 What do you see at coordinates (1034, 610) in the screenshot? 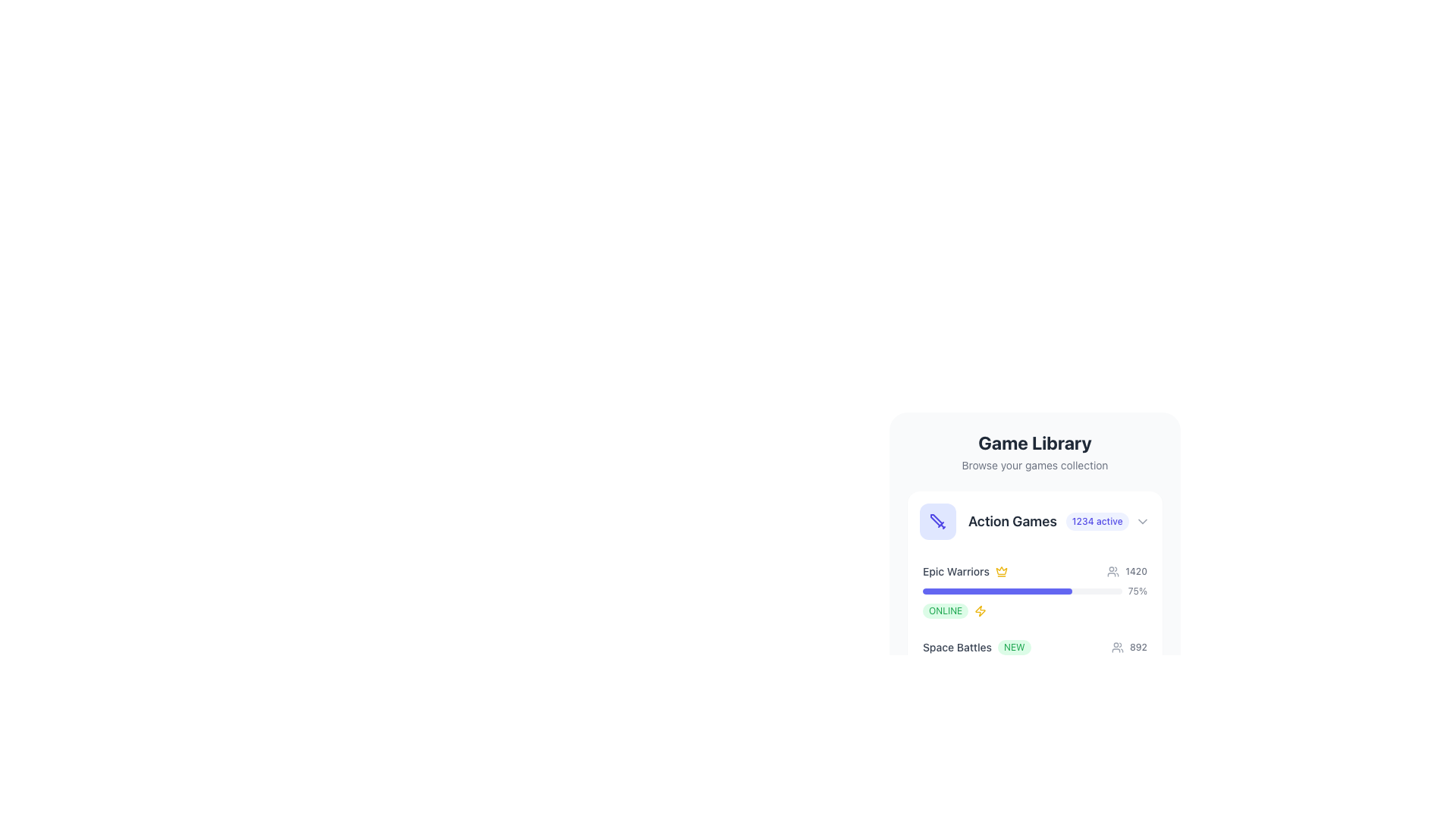
I see `the Status indicator with a badge and icon located in the 'Epic Warriors' section of the game library, which shows 'ONLINE' and is positioned below the progress bar and above 'Space Battles'` at bounding box center [1034, 610].